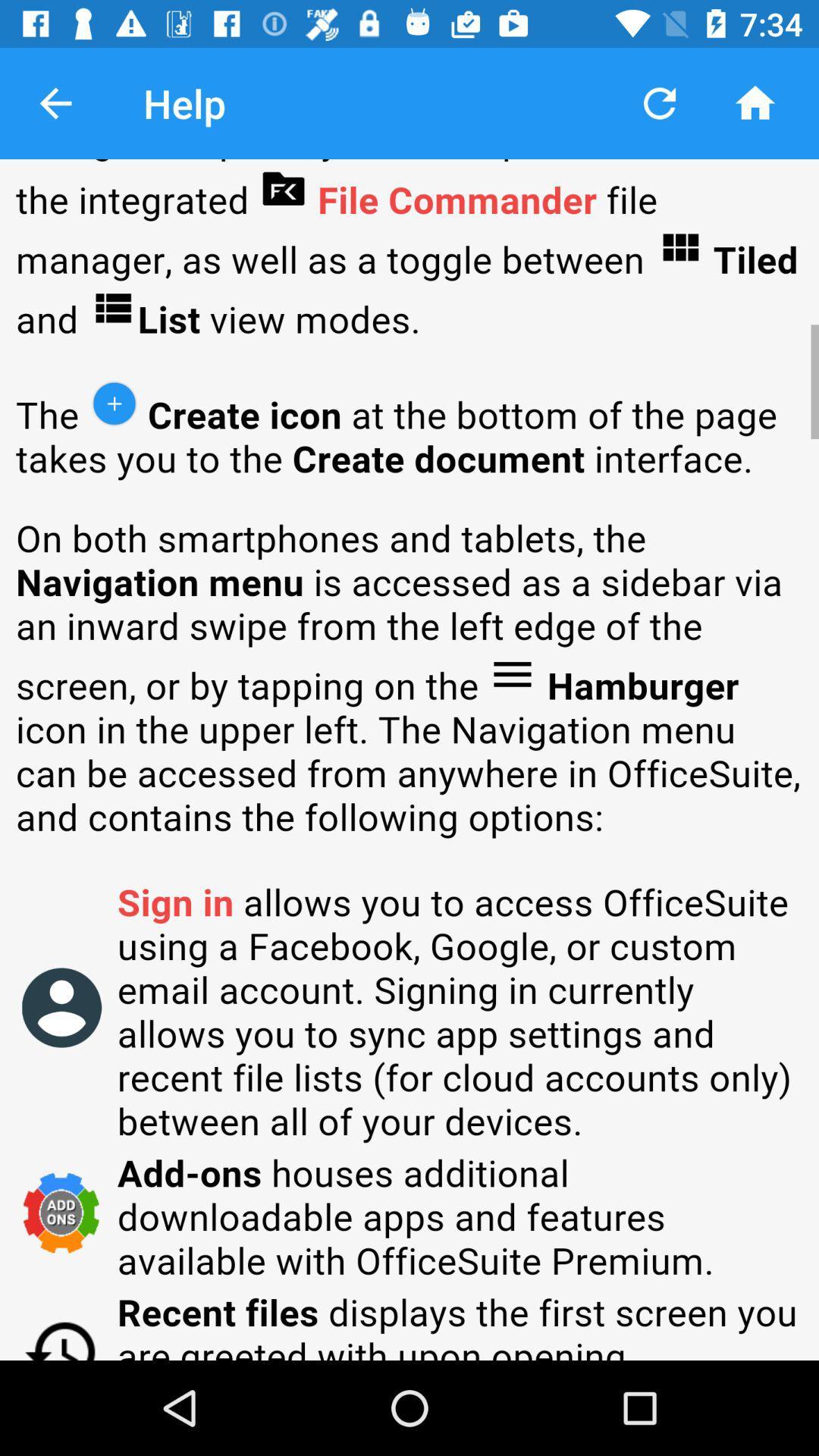  Describe the element at coordinates (55, 102) in the screenshot. I see `previous` at that location.